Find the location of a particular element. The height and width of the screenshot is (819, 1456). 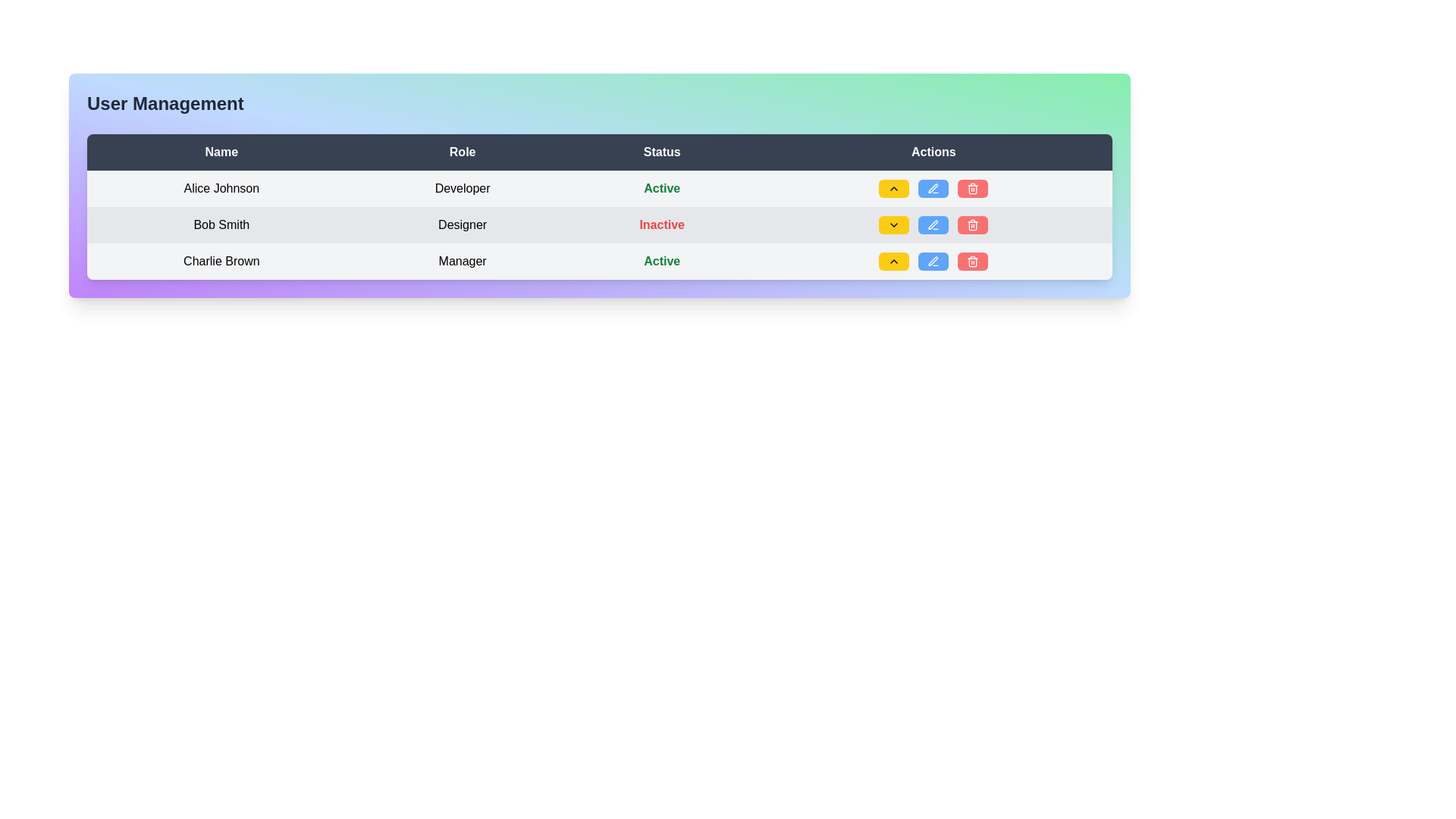

the deletion icon button located in the 'Actions' column of the second row corresponding to user 'Bob Smith' is located at coordinates (973, 260).